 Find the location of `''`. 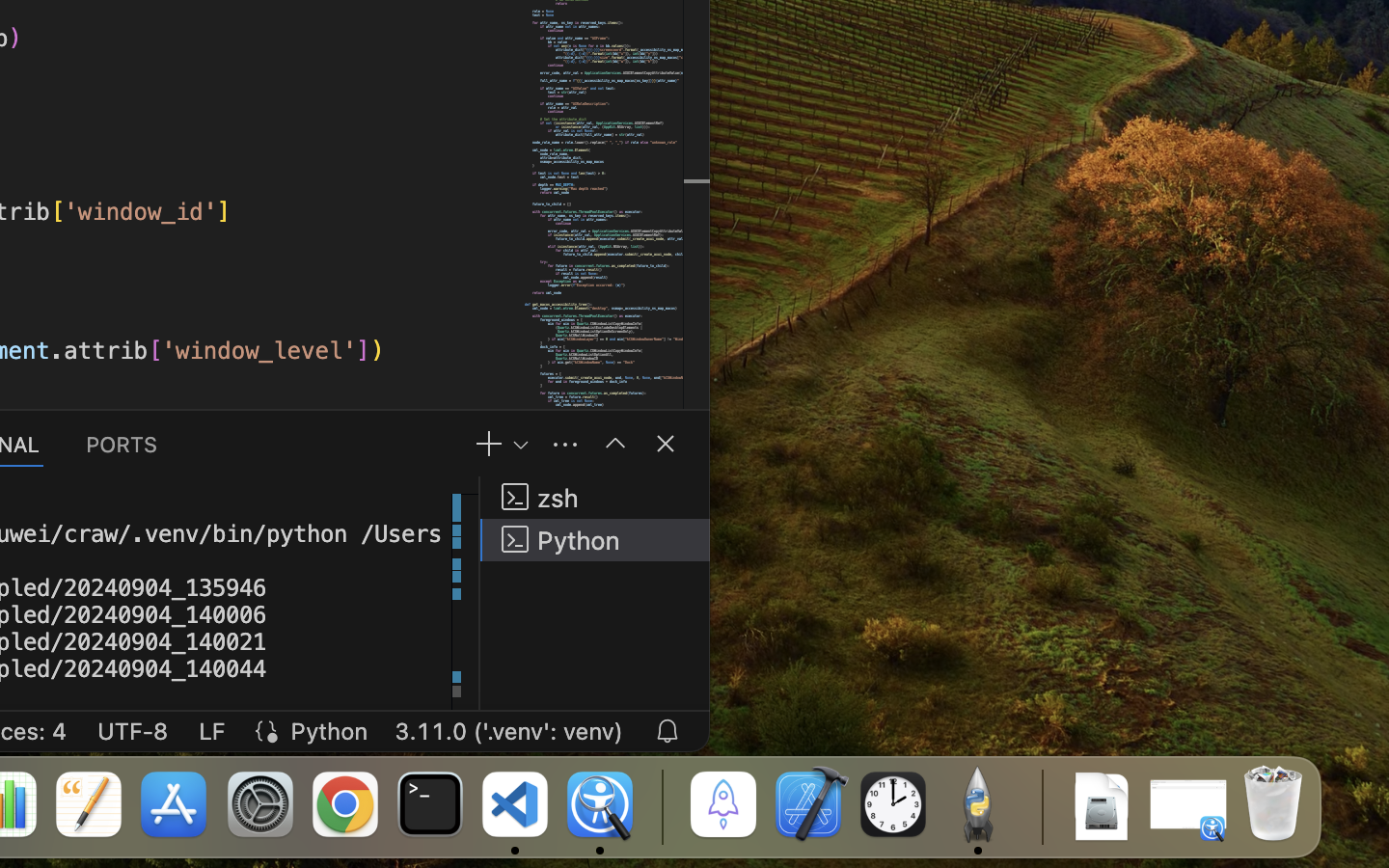

'' is located at coordinates (666, 442).